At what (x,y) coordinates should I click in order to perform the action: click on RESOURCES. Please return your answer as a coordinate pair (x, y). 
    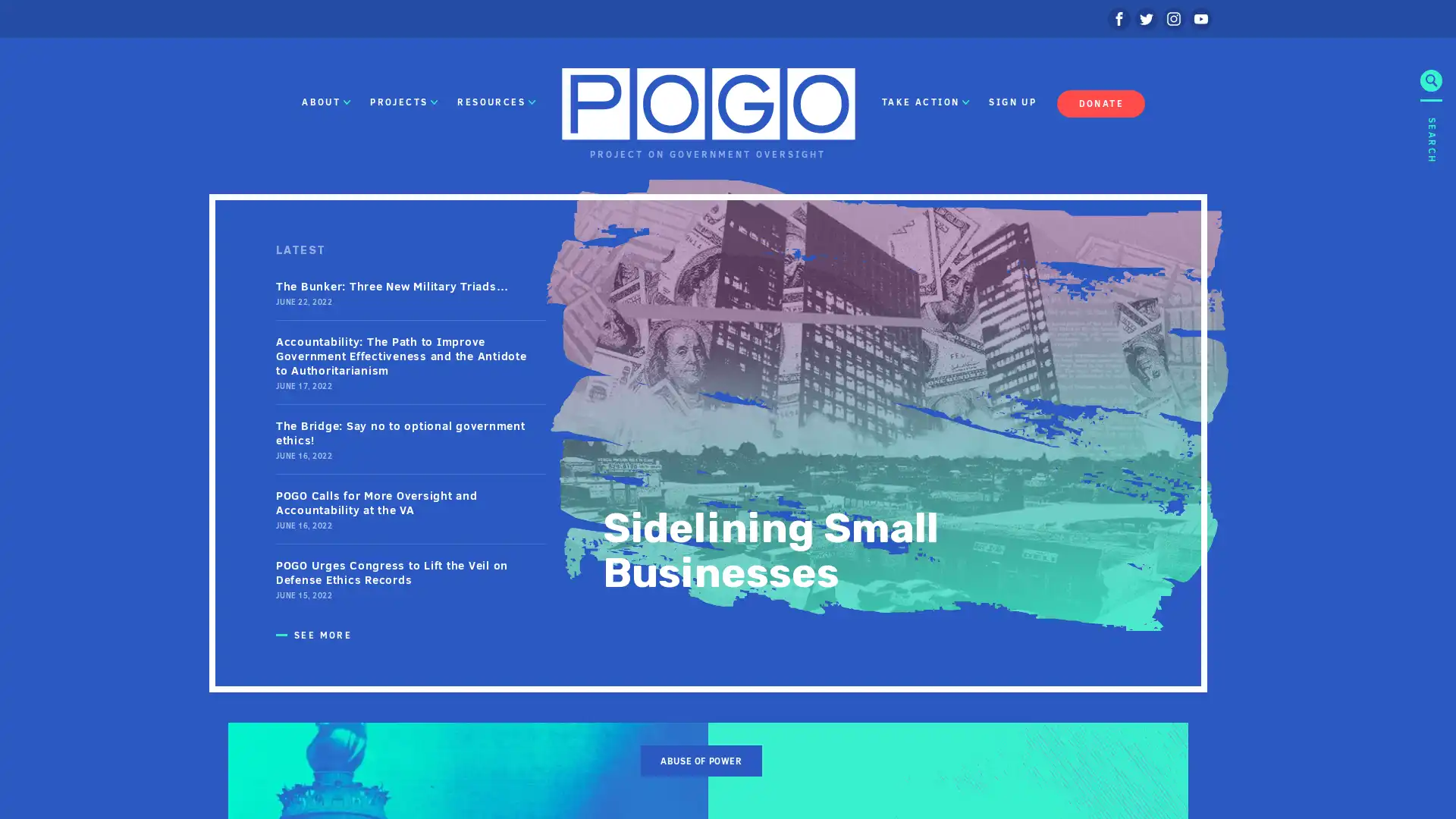
    Looking at the image, I should click on (496, 102).